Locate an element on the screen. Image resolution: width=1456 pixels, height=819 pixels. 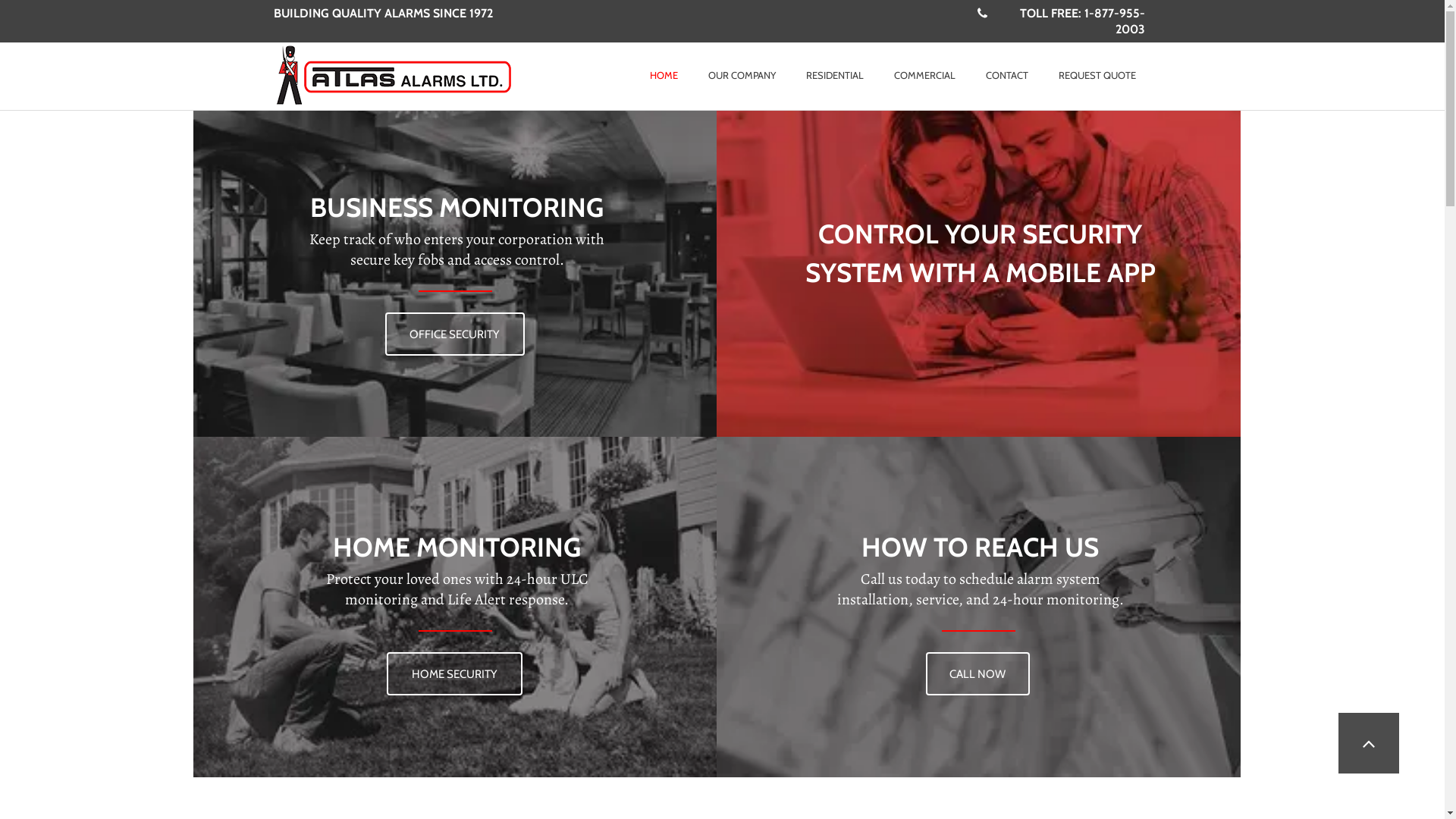
'OFFICE SECURITY' is located at coordinates (454, 349).